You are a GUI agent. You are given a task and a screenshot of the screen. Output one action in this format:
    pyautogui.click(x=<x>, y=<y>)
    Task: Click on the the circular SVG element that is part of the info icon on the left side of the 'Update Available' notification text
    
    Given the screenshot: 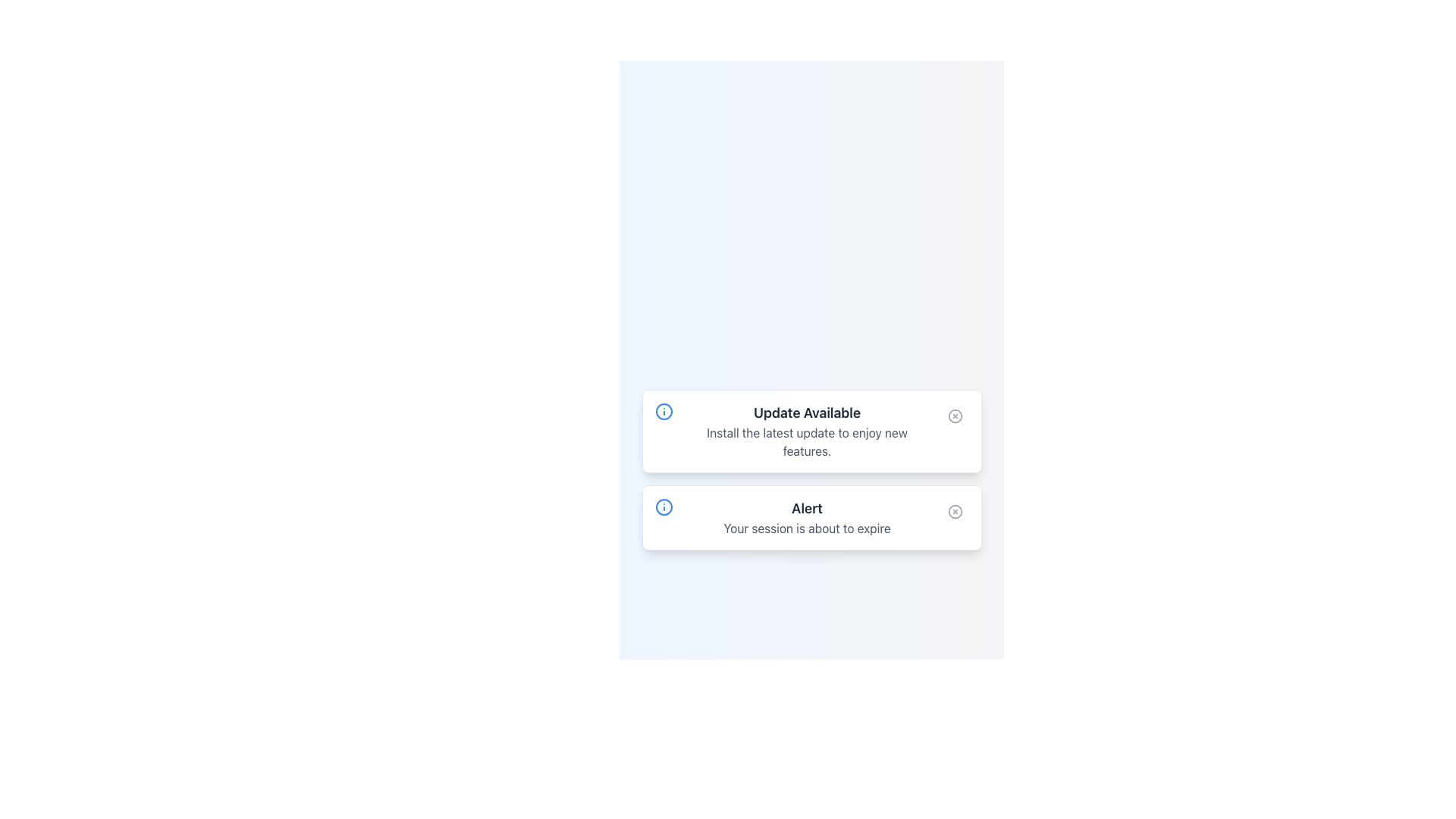 What is the action you would take?
    pyautogui.click(x=664, y=412)
    